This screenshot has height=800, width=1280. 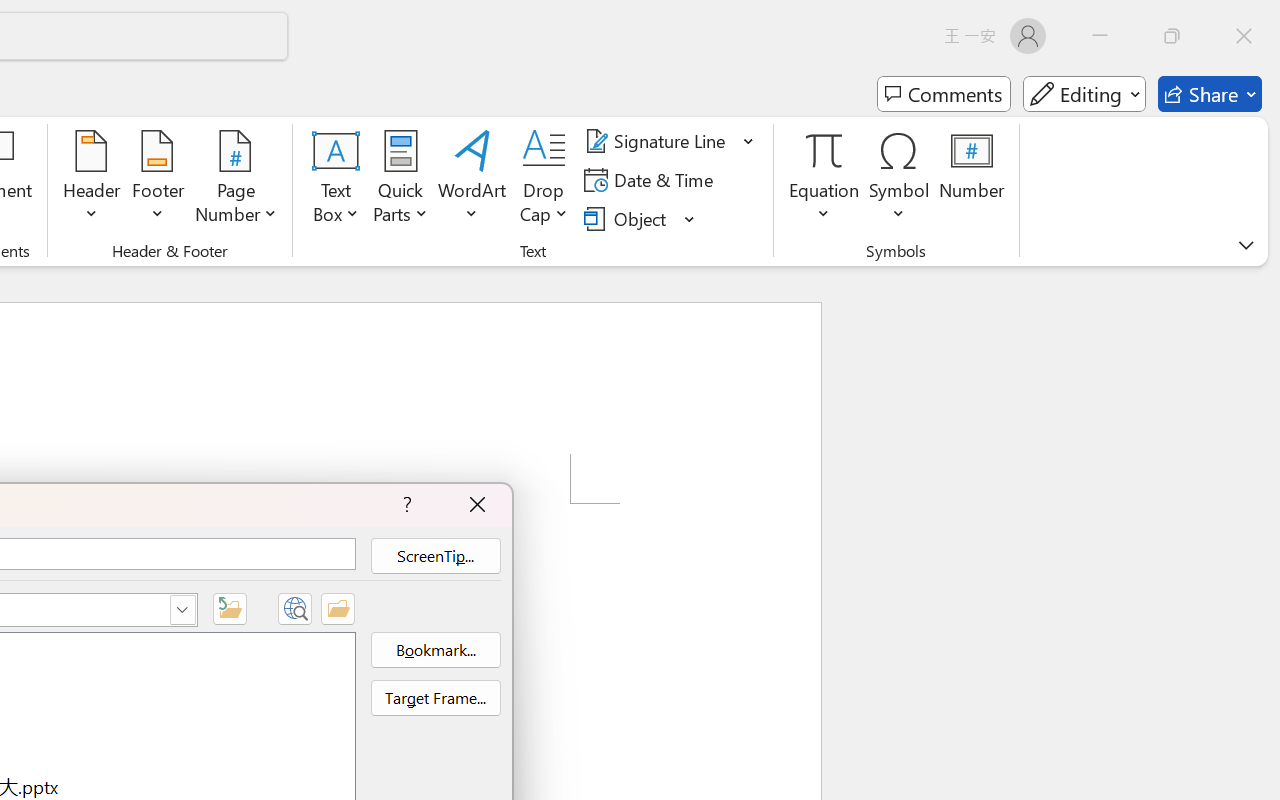 I want to click on 'Equation', so click(x=824, y=179).